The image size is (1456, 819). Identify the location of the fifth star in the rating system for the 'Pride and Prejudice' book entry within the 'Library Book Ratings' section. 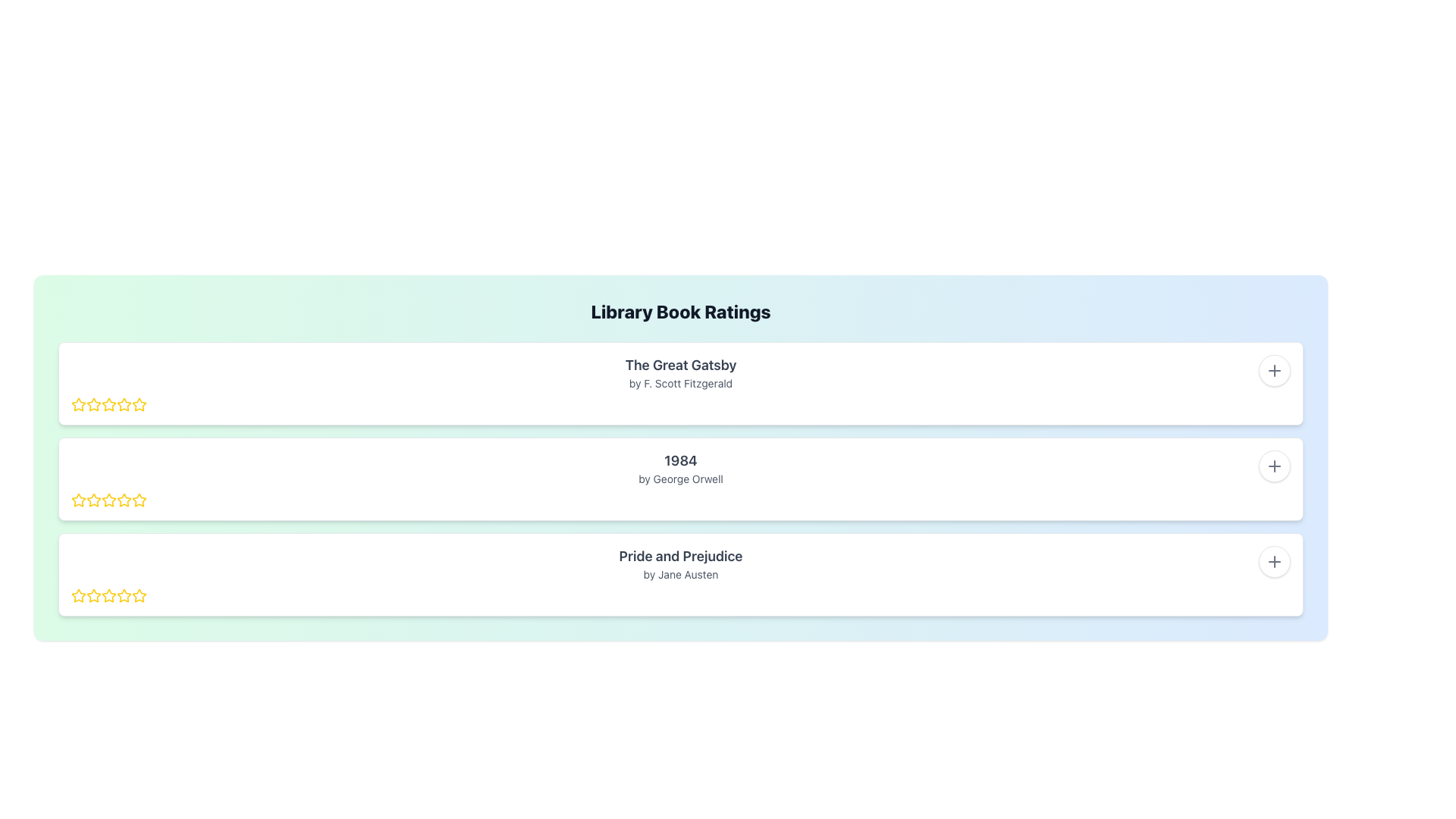
(124, 595).